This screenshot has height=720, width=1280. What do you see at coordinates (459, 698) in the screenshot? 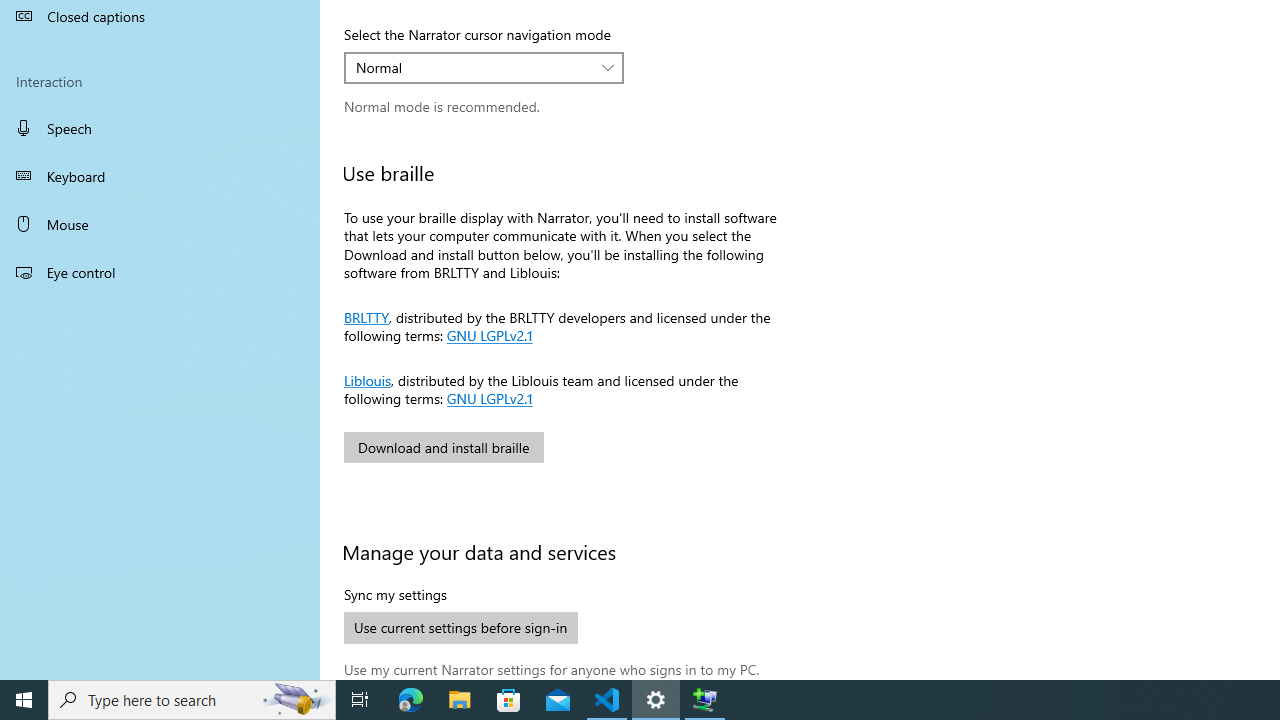
I see `'File Explorer'` at bounding box center [459, 698].